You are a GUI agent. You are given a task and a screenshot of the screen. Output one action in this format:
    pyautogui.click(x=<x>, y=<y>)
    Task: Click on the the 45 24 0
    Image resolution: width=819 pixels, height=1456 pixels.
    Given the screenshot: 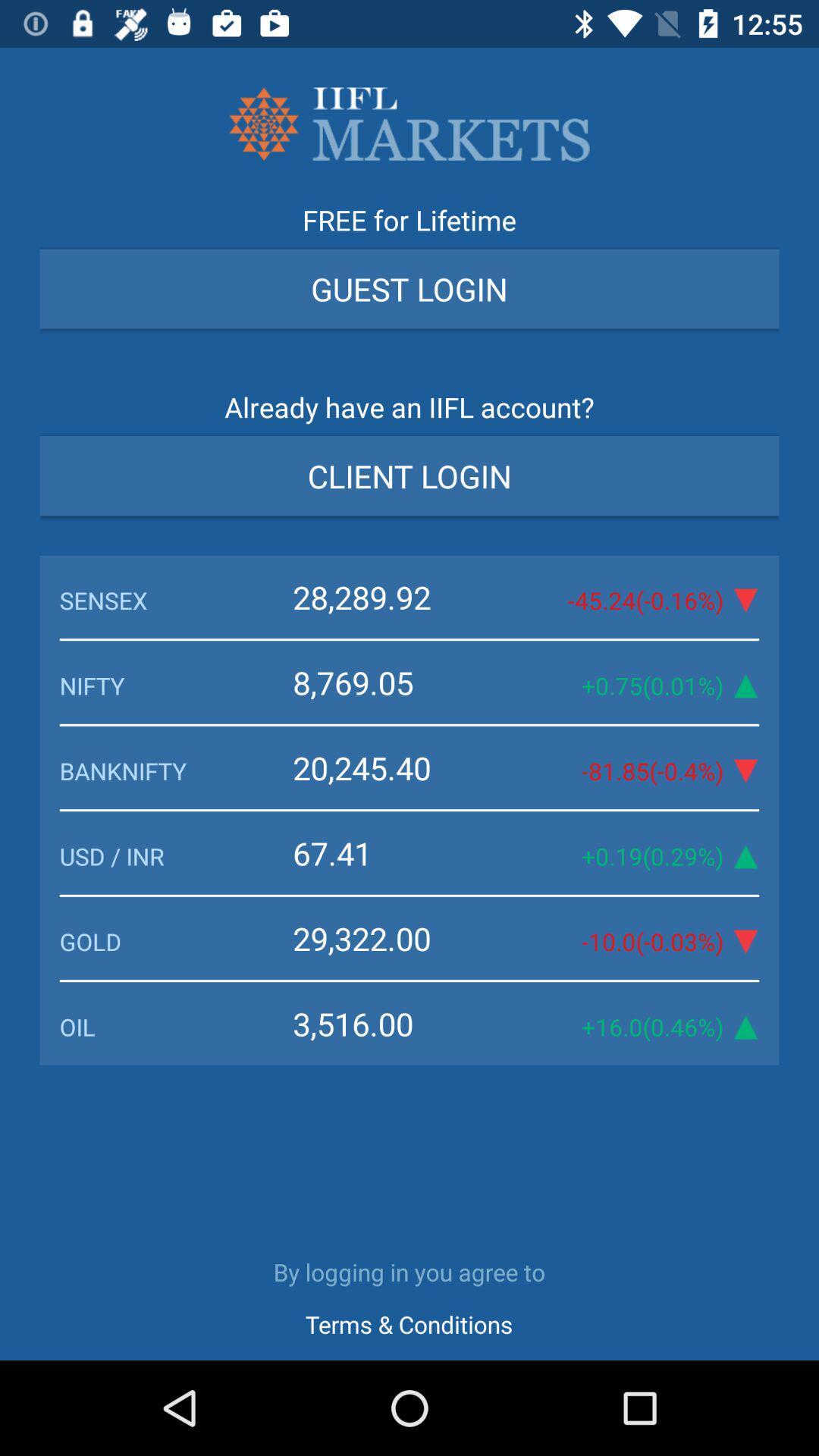 What is the action you would take?
    pyautogui.click(x=631, y=599)
    